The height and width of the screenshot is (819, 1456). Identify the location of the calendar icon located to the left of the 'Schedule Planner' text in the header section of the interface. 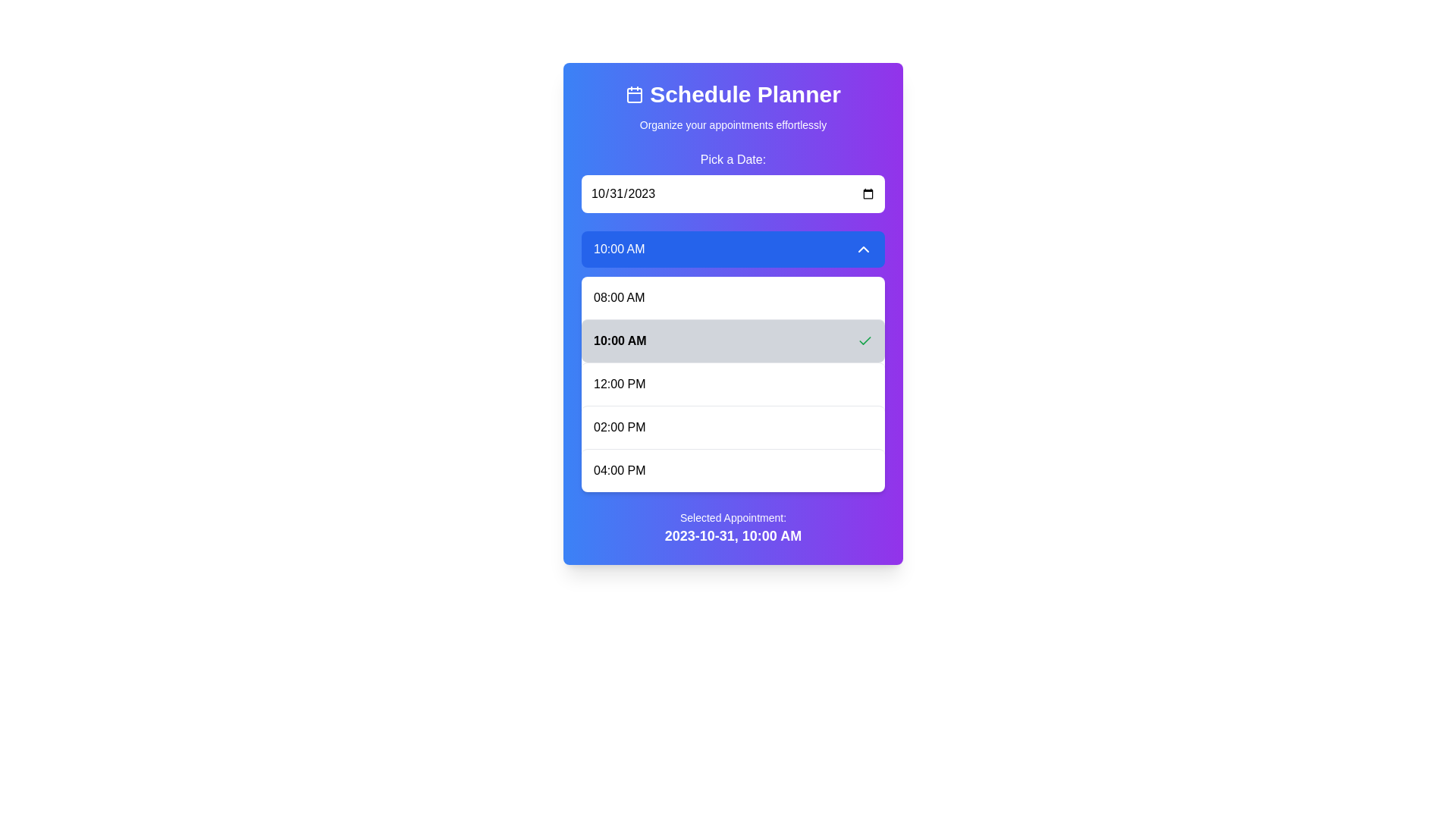
(635, 94).